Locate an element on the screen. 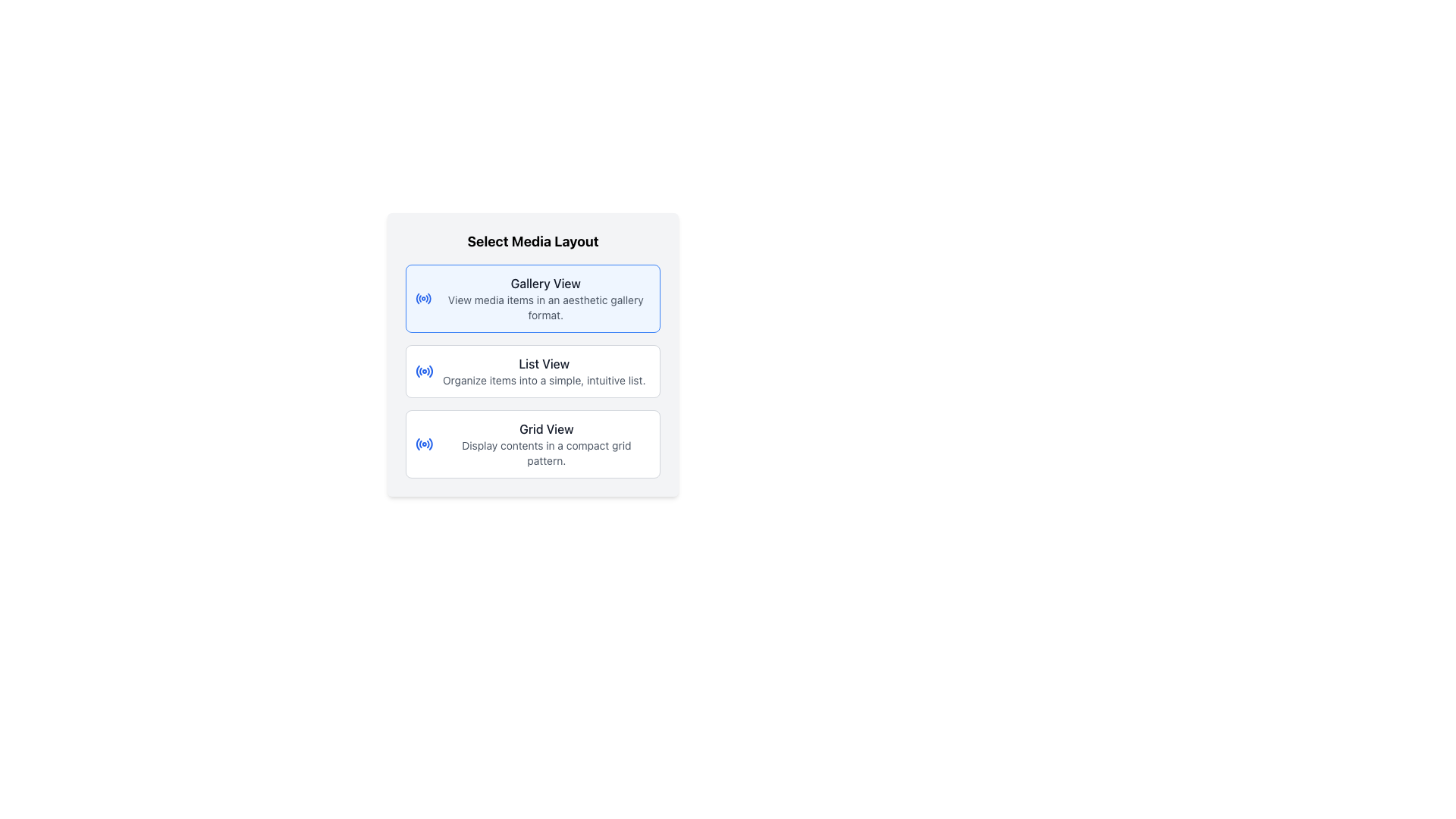 Image resolution: width=1456 pixels, height=819 pixels. the 'Grid View' title is located at coordinates (546, 444).